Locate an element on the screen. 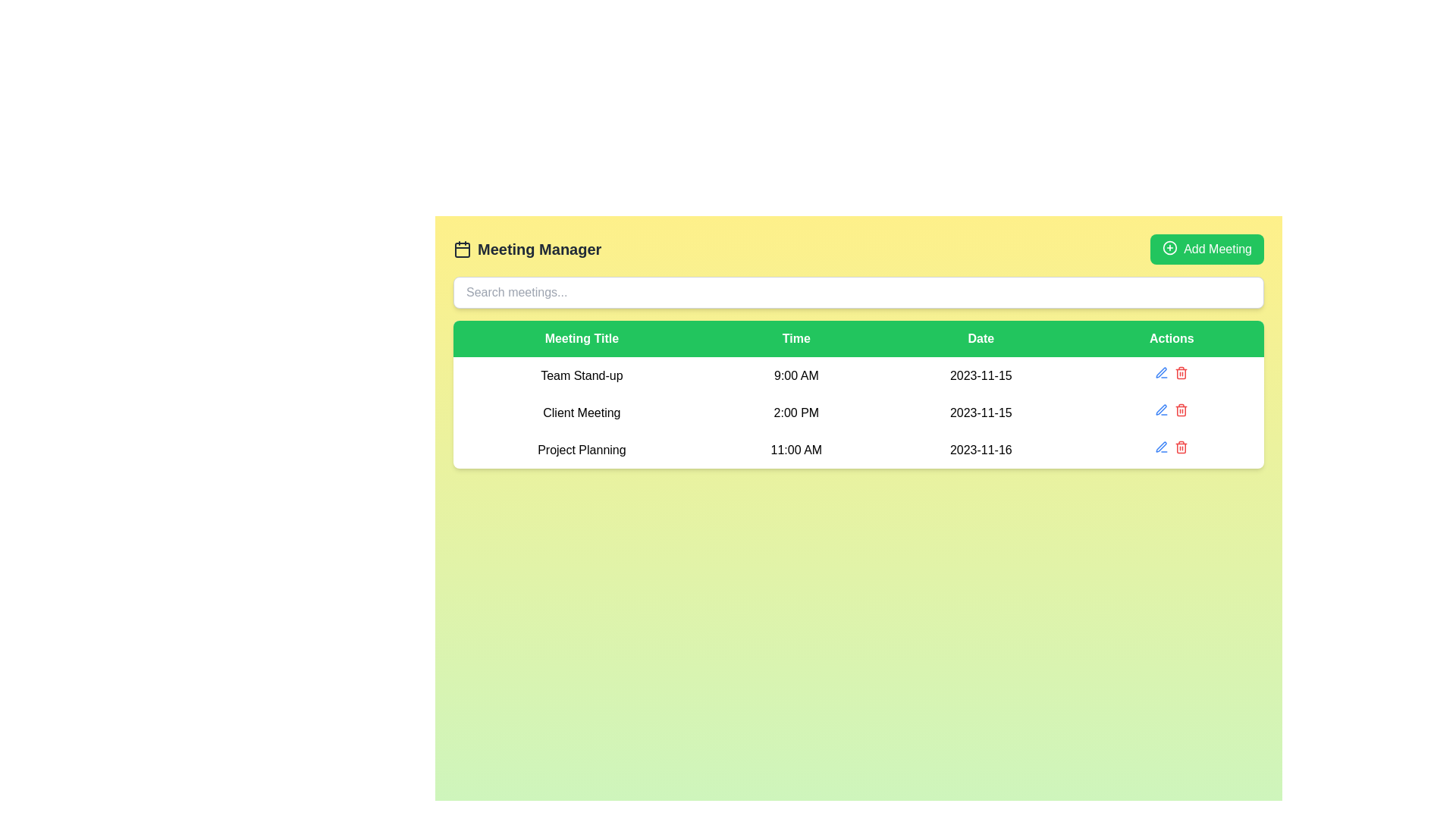 The height and width of the screenshot is (819, 1456). the 'Add Meeting' button, which is a rectangular button with a green background and white text, located at the top-right corner of the main content area, aligned with the 'Meeting Manager' header, to observe its visual feedback is located at coordinates (1207, 248).